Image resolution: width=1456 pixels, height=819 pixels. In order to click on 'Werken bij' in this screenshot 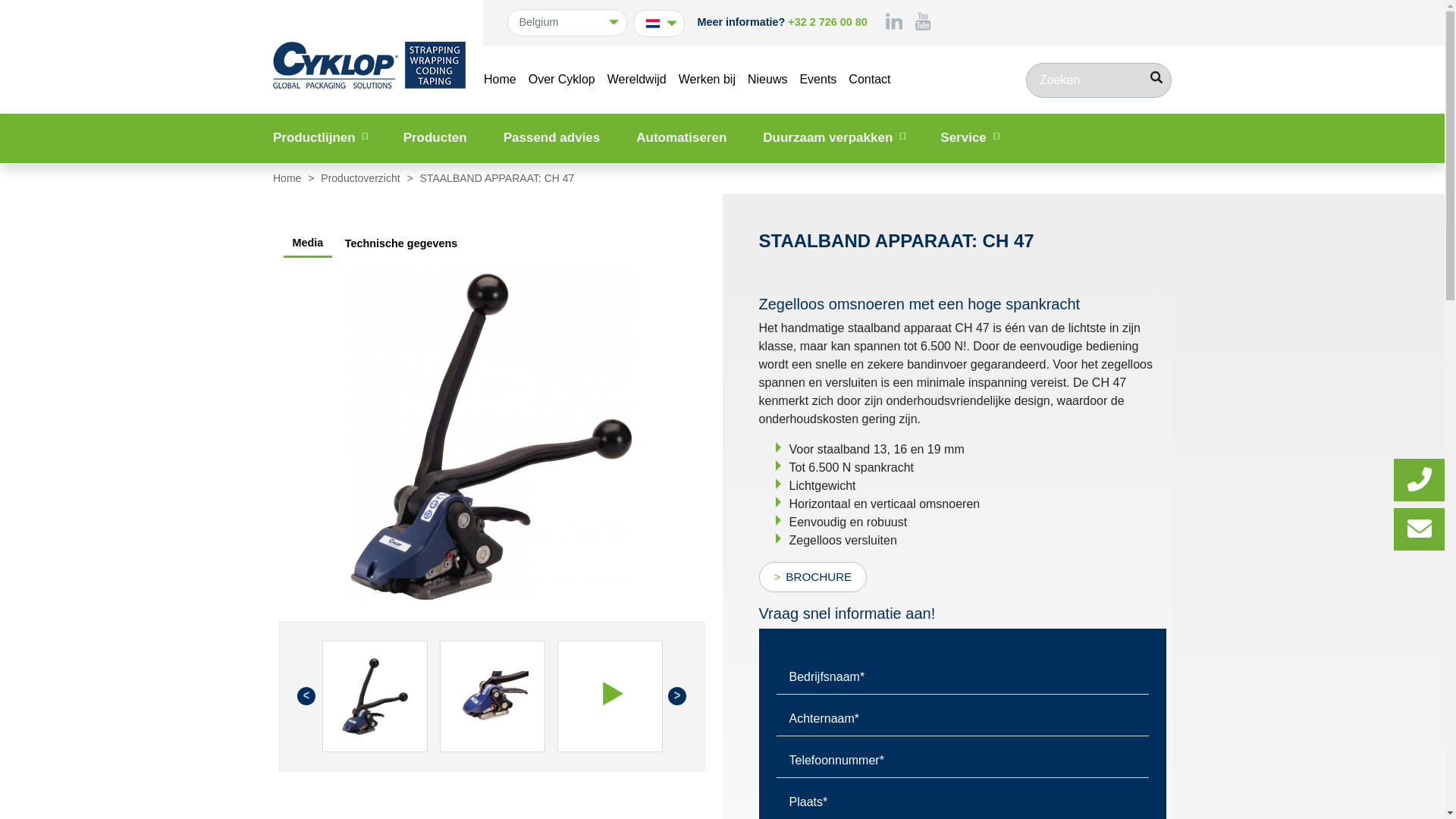, I will do `click(706, 79)`.